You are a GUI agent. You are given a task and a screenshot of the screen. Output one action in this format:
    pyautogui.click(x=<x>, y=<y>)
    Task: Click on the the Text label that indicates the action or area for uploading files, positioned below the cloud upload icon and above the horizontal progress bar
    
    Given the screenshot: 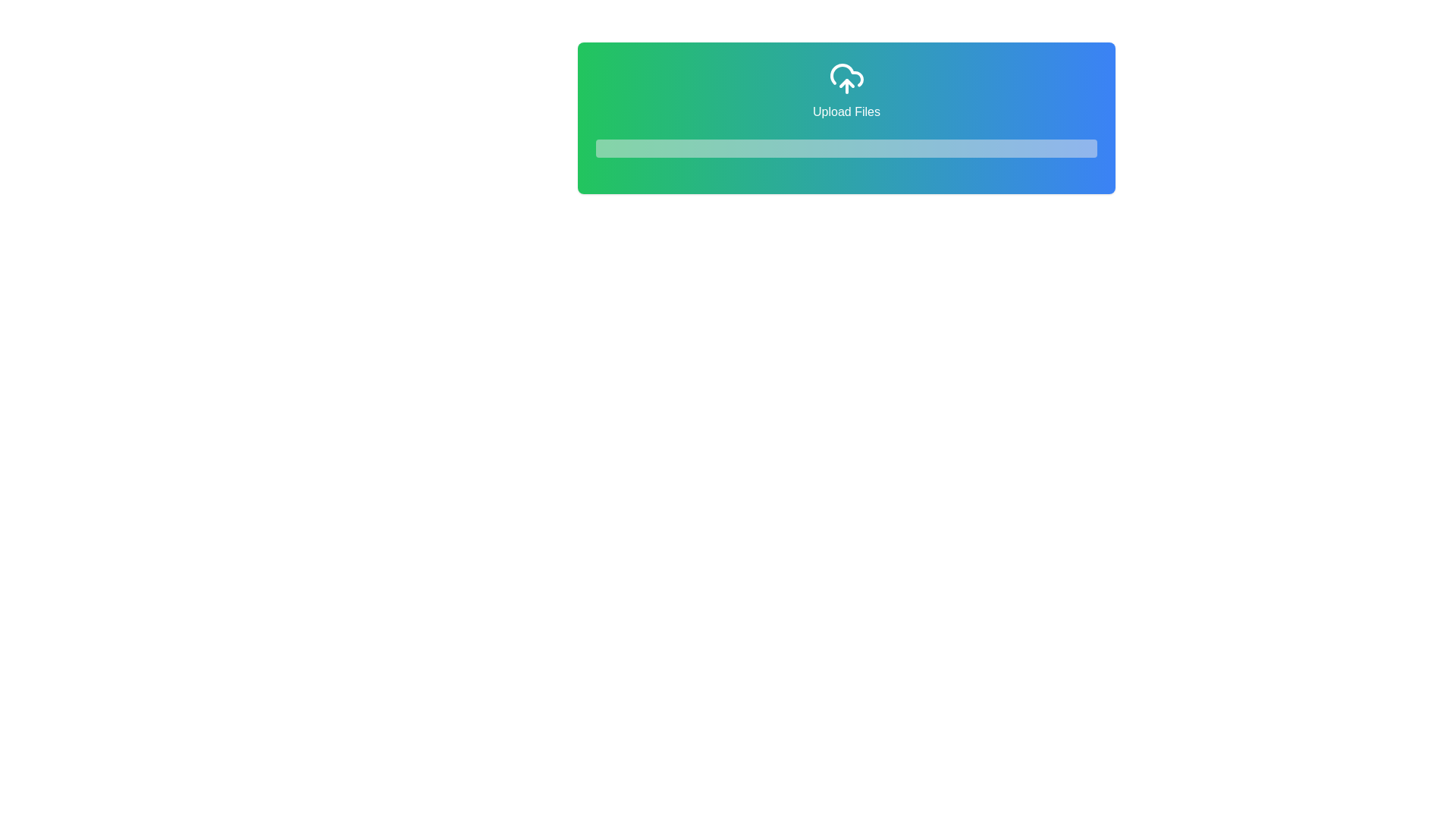 What is the action you would take?
    pyautogui.click(x=846, y=111)
    